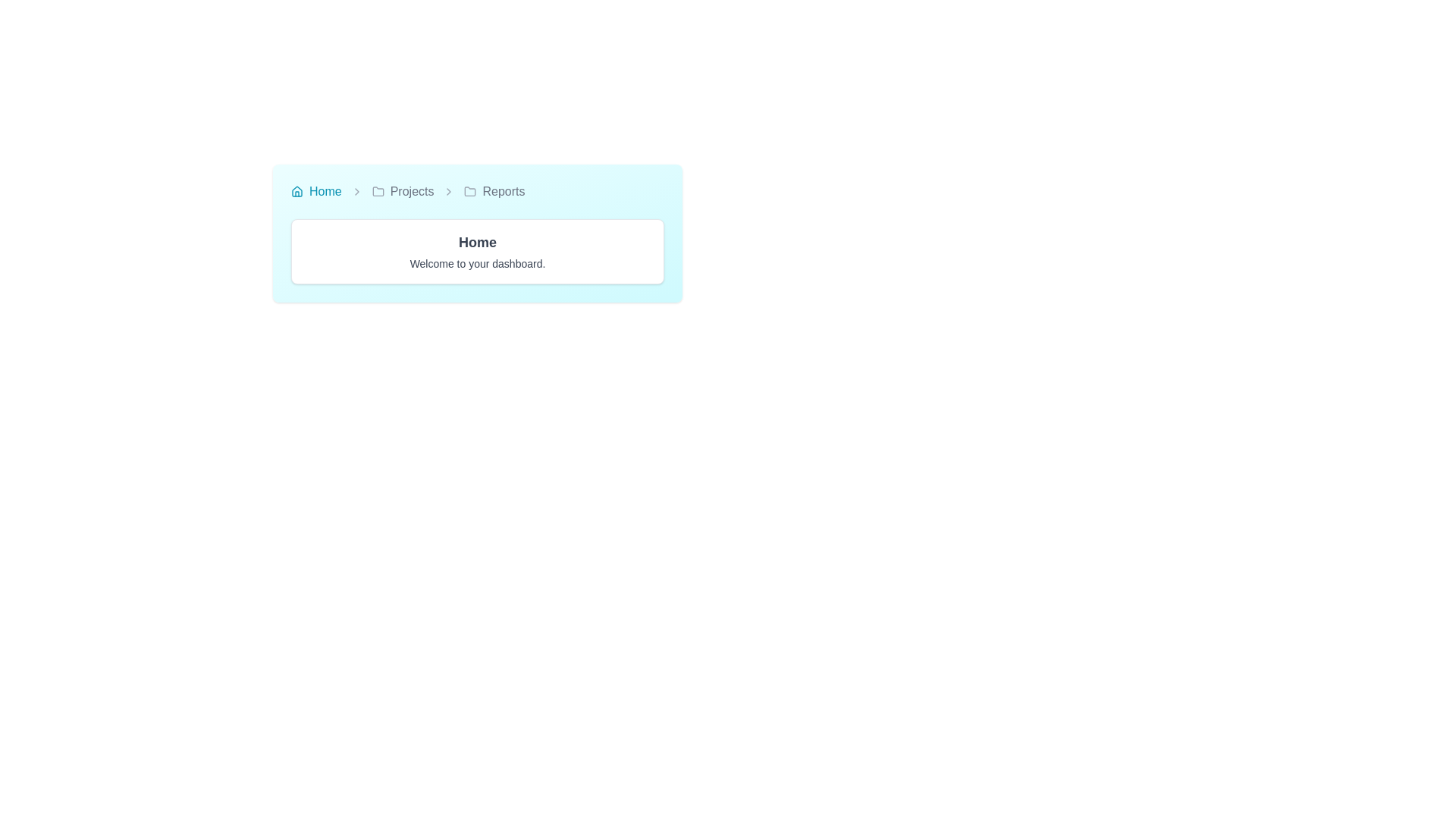 The width and height of the screenshot is (1456, 819). Describe the element at coordinates (378, 190) in the screenshot. I see `the folder icon in the breadcrumb navigation bar by hovering over it to navigate indirectly` at that location.